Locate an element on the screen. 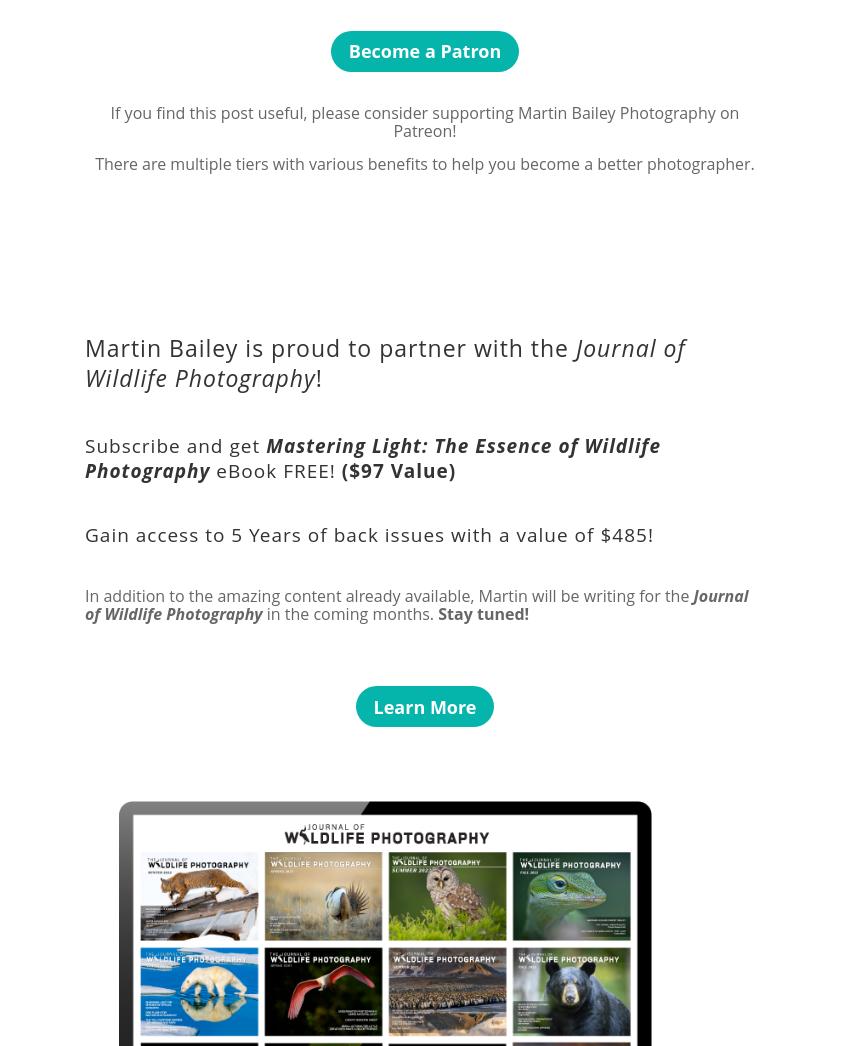 This screenshot has height=1046, width=850. '$485!' is located at coordinates (625, 534).